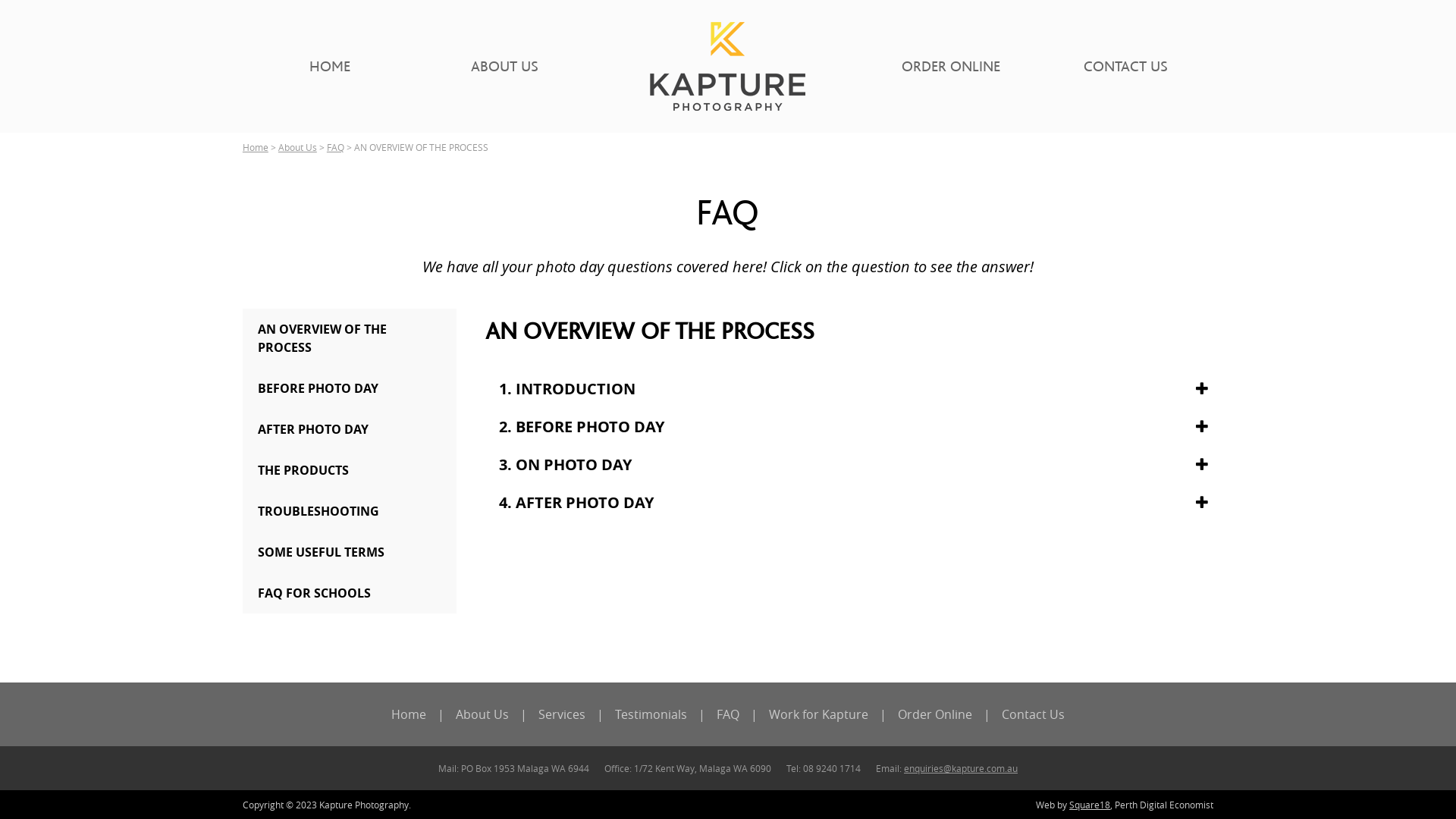 The image size is (1456, 819). What do you see at coordinates (348, 592) in the screenshot?
I see `'FAQ FOR SCHOOLS'` at bounding box center [348, 592].